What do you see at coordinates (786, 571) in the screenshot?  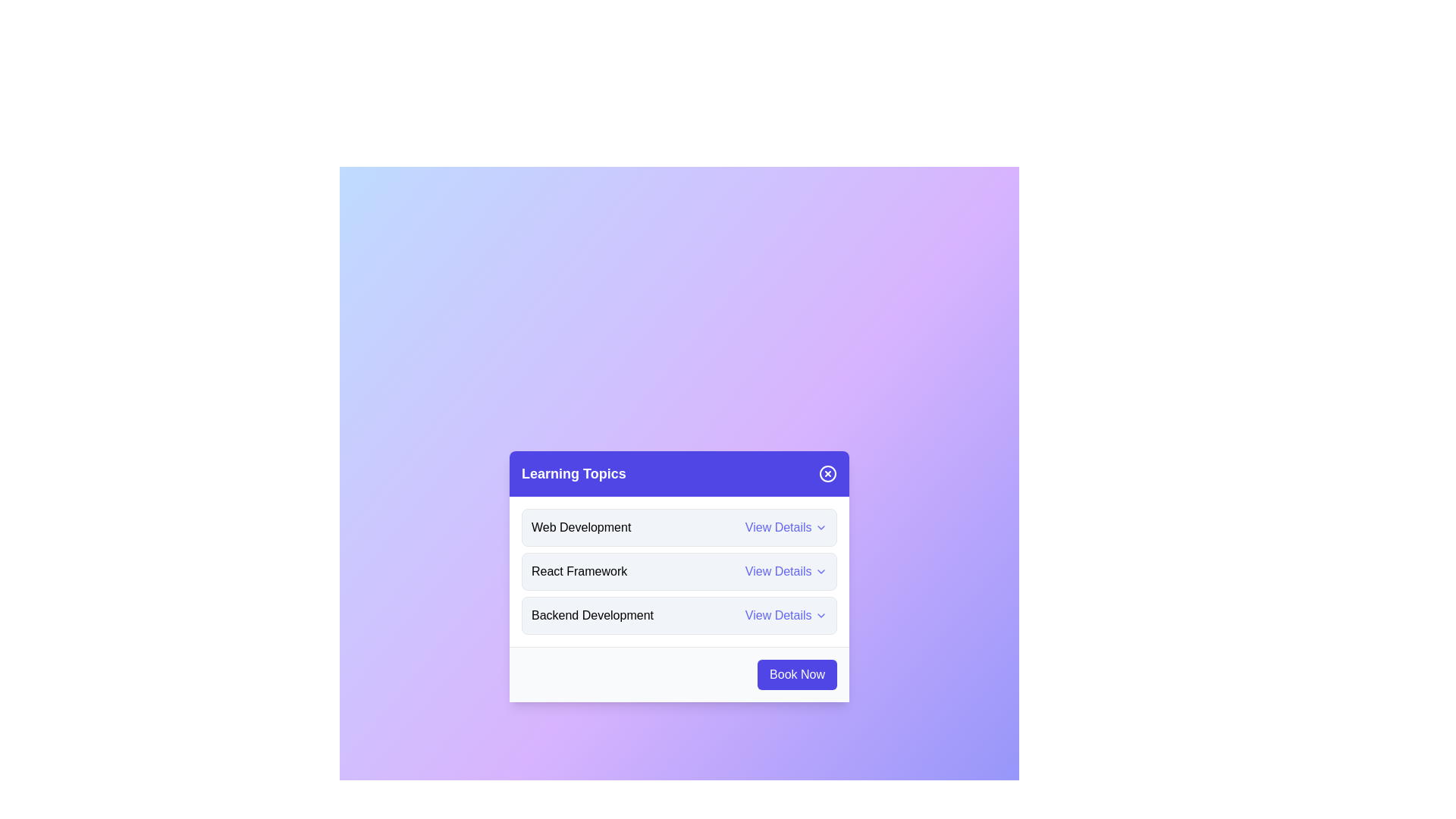 I see `the 'View Details' button for React Framework` at bounding box center [786, 571].